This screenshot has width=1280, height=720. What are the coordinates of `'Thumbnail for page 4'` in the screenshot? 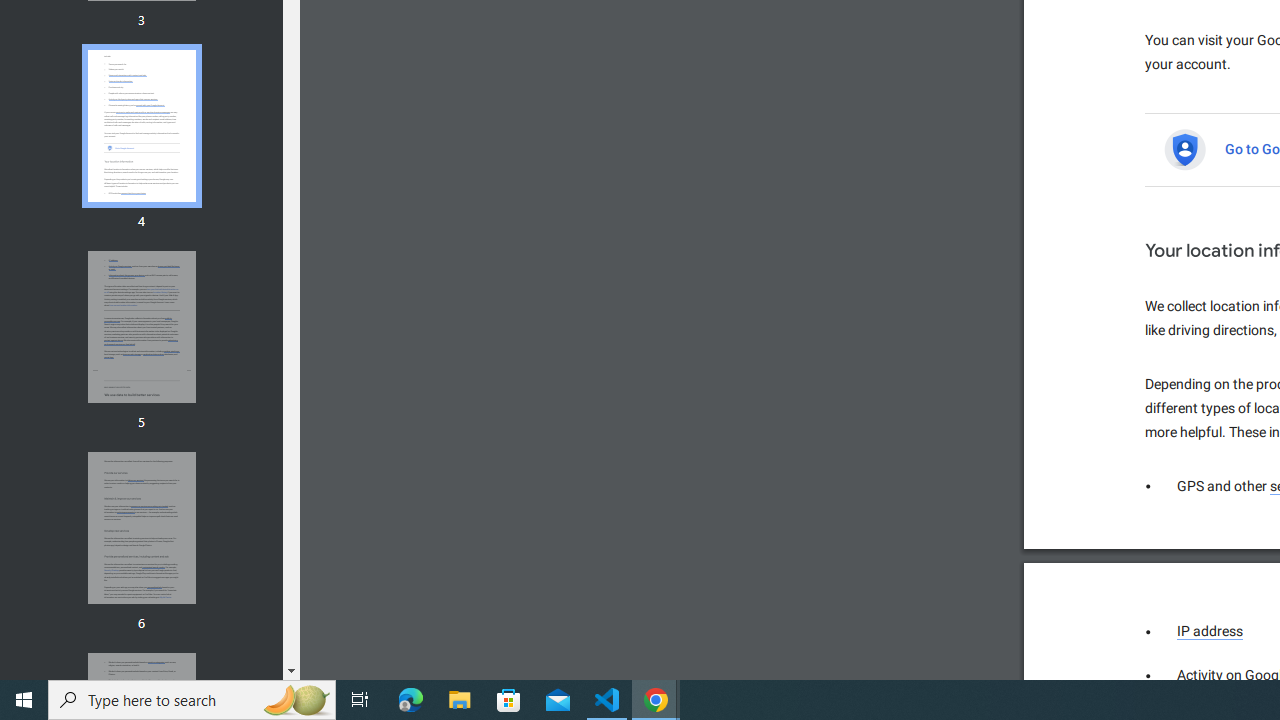 It's located at (140, 126).